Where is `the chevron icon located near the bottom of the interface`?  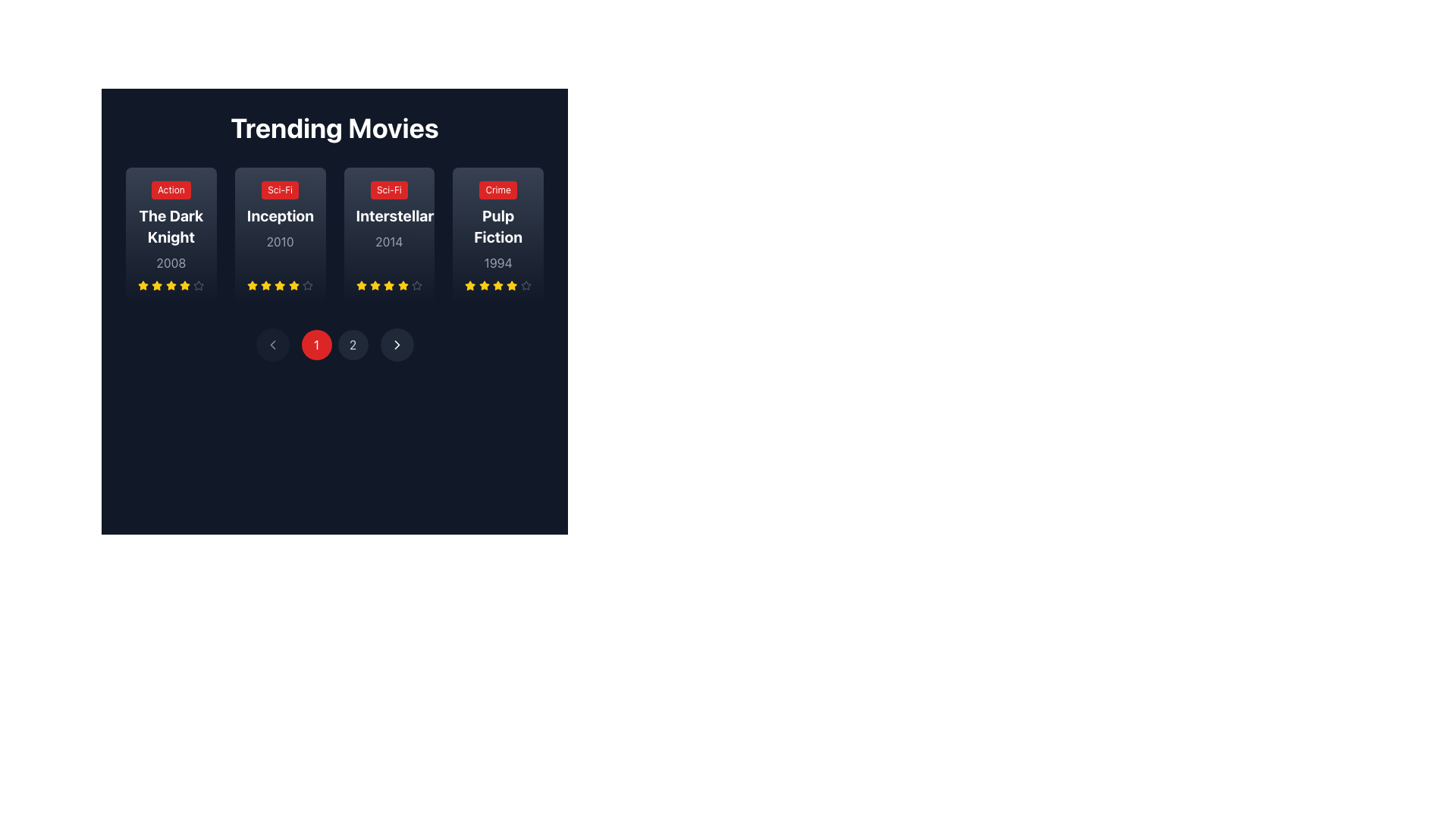
the chevron icon located near the bottom of the interface is located at coordinates (397, 344).